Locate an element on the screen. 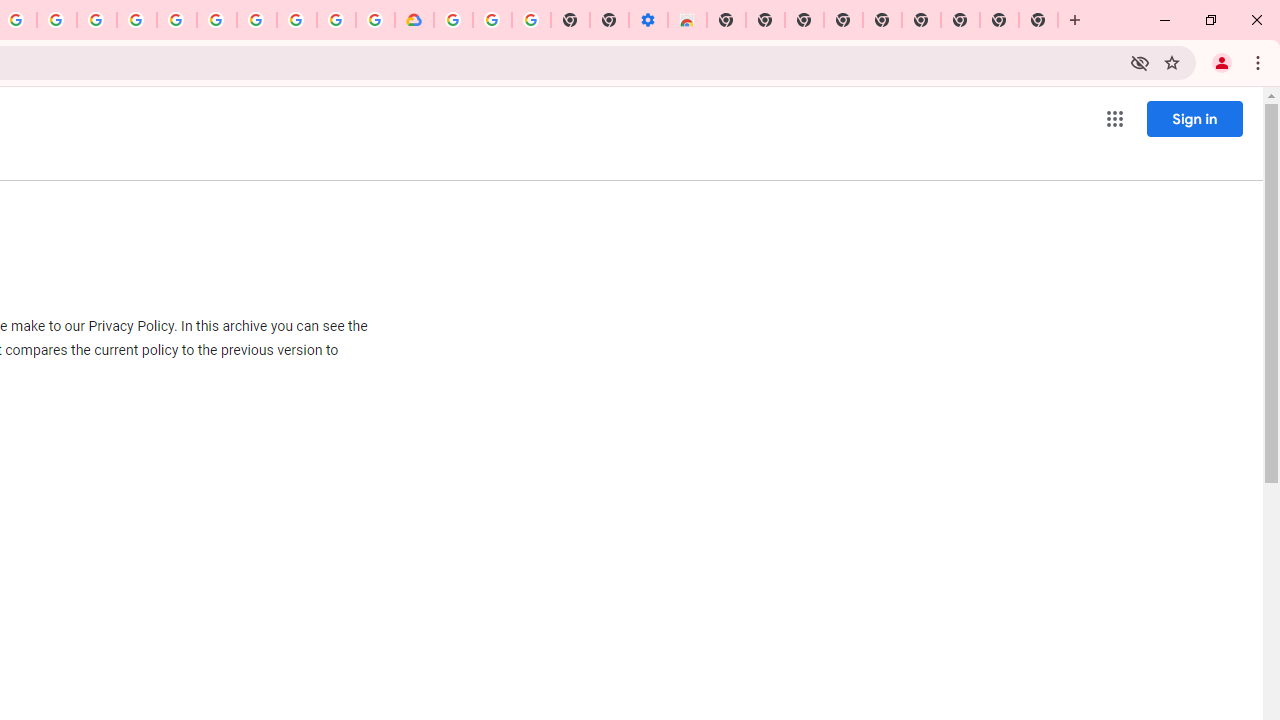  'Ad Settings' is located at coordinates (135, 20).